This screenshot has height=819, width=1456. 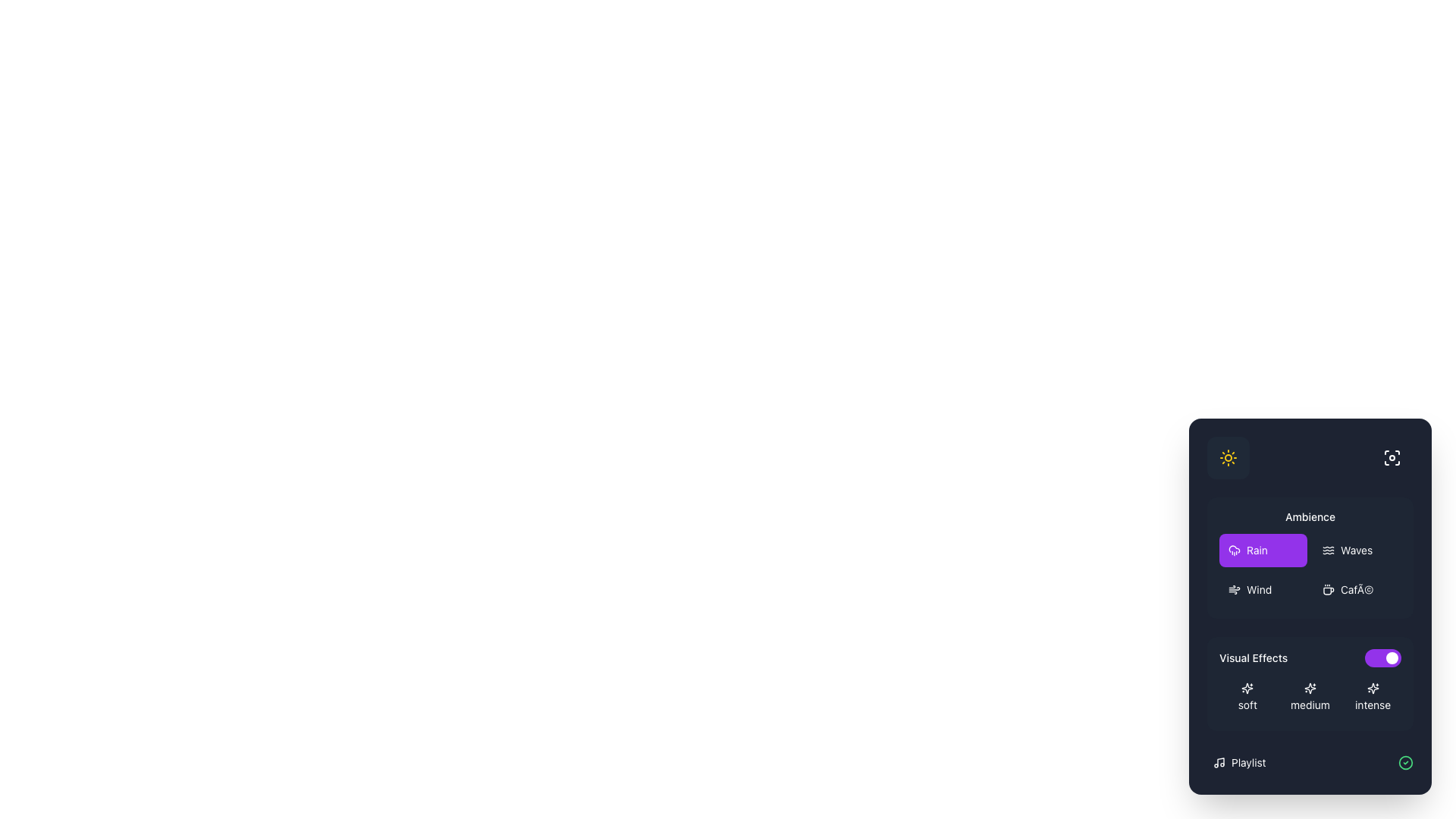 I want to click on the 'Visual Effects' text label located to the left of the toggle switch in the 'Ambience' section, so click(x=1254, y=657).